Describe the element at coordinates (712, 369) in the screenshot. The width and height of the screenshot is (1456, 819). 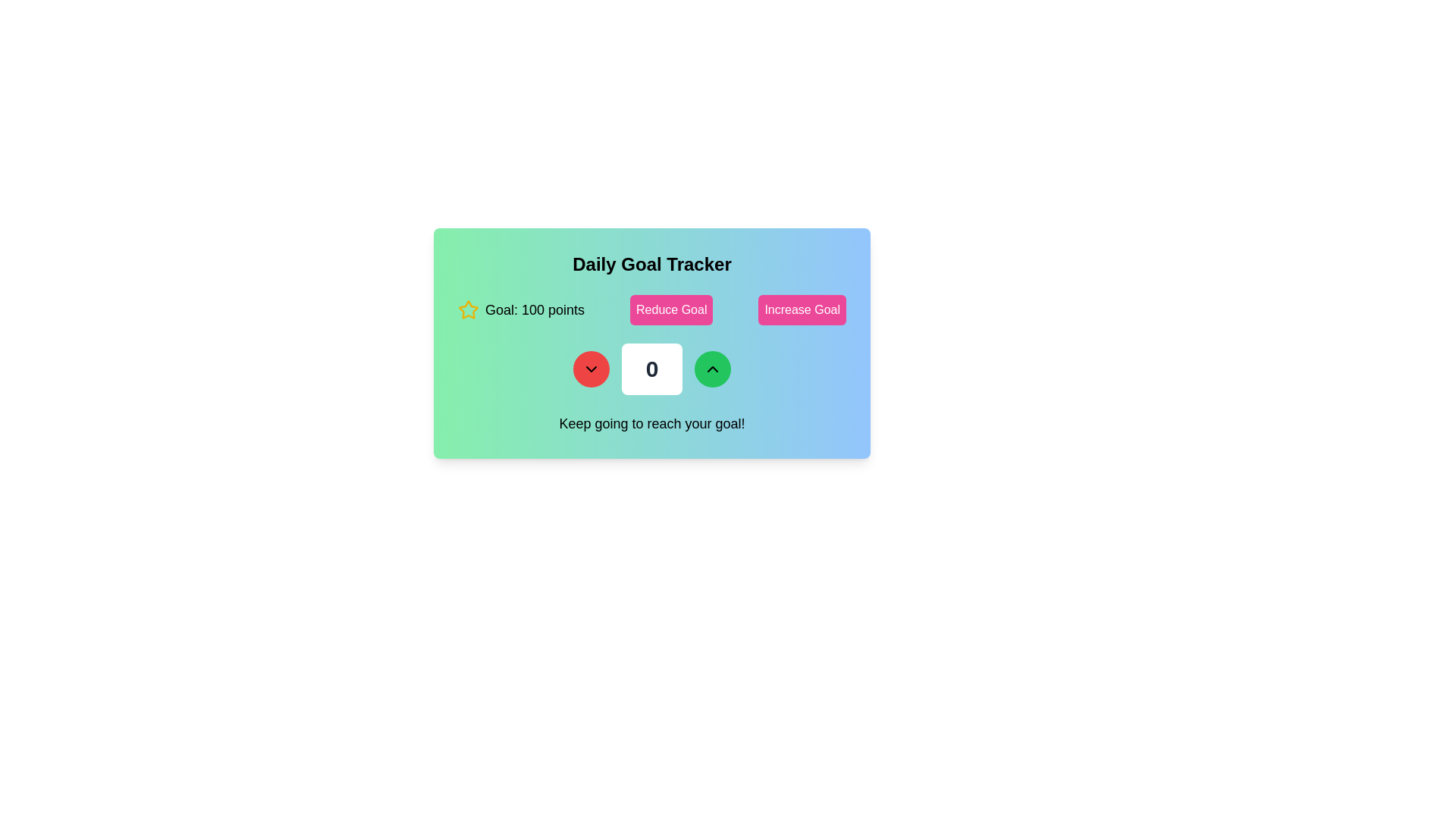
I see `the green button icon located on the right side of the numeric counter` at that location.